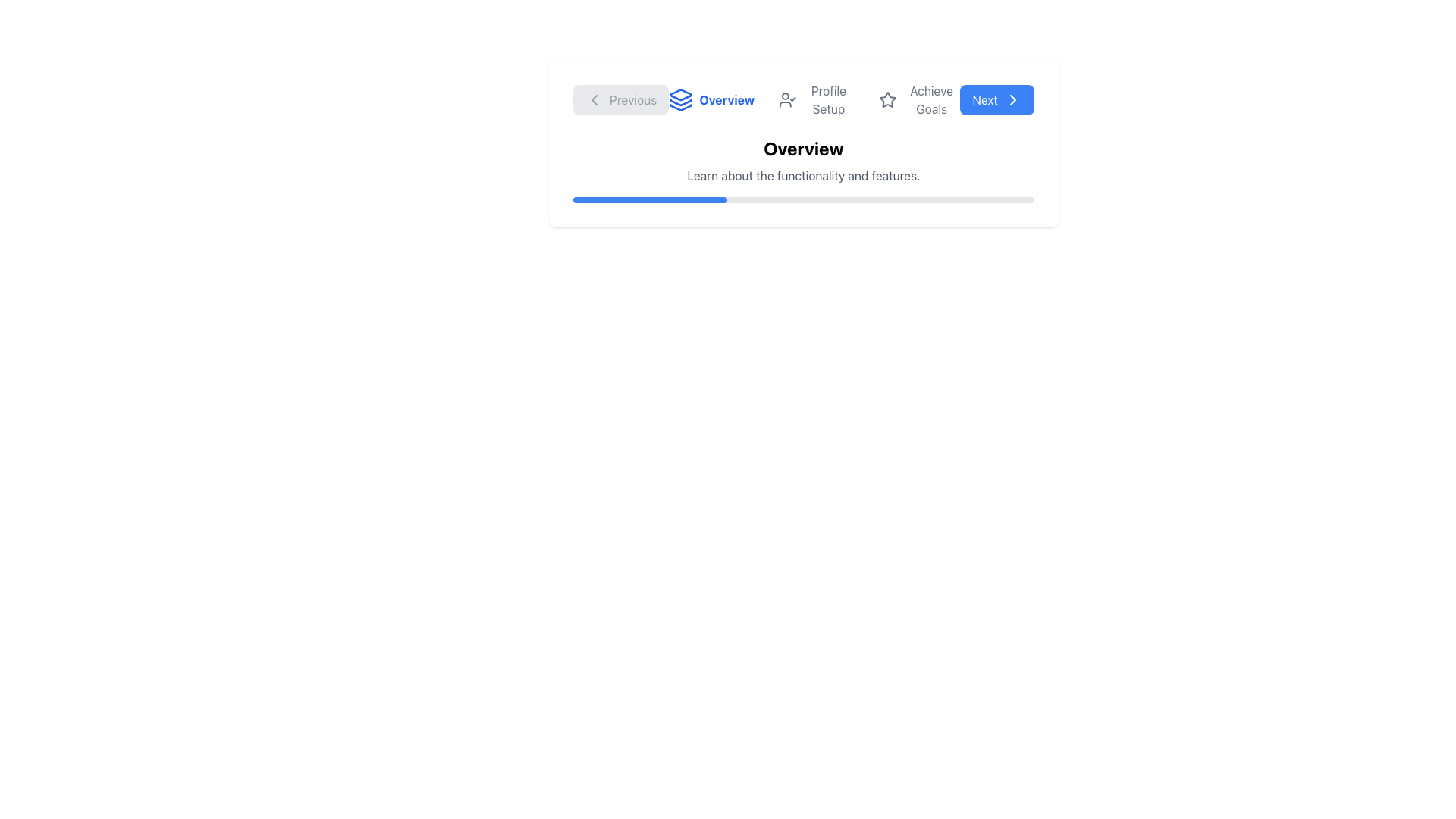 The image size is (1456, 819). I want to click on the blue 'Next' button with white text and a rightward arrow symbol to move to the next step, so click(997, 99).